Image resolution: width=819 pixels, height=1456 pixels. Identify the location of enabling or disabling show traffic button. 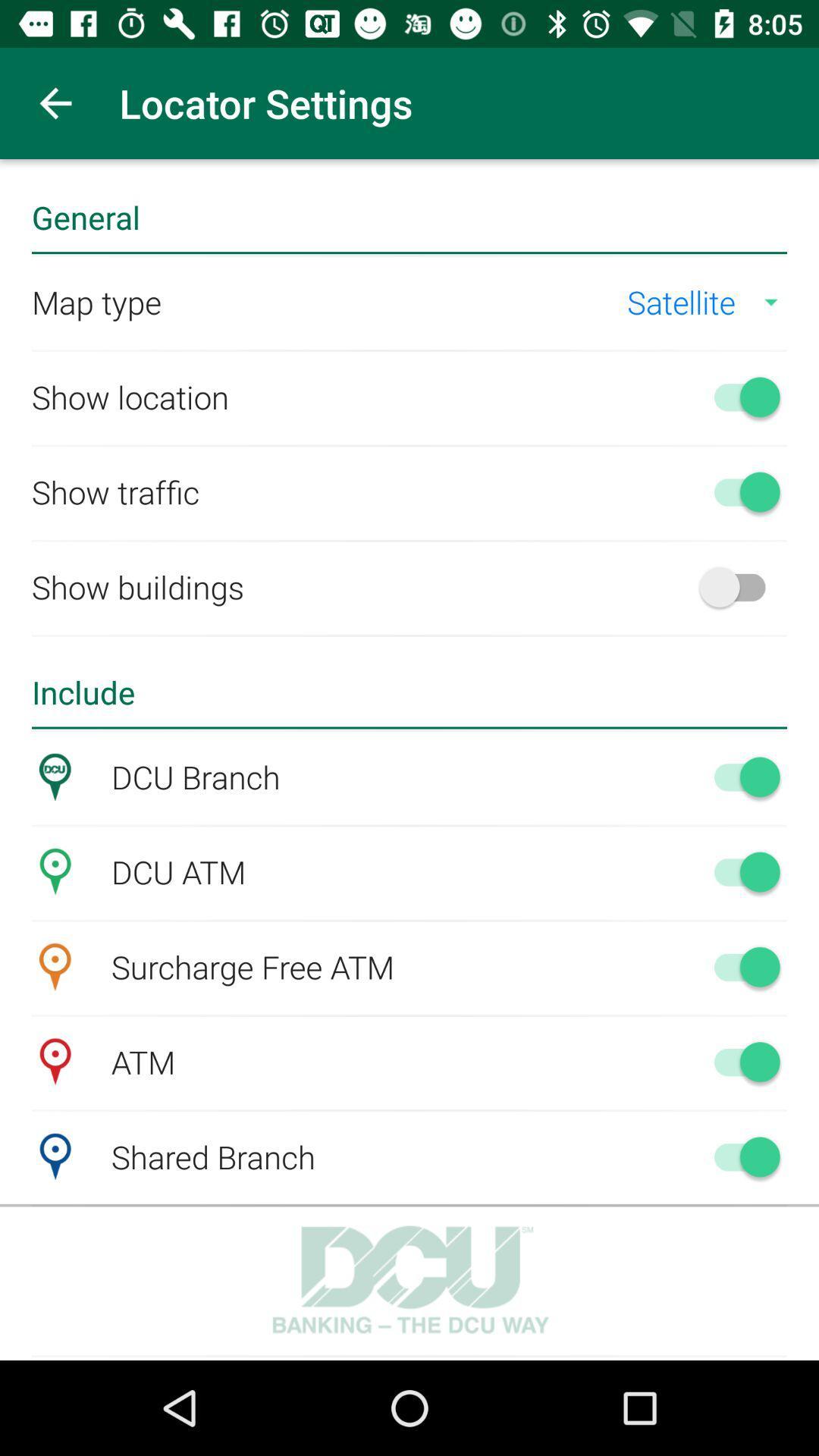
(739, 491).